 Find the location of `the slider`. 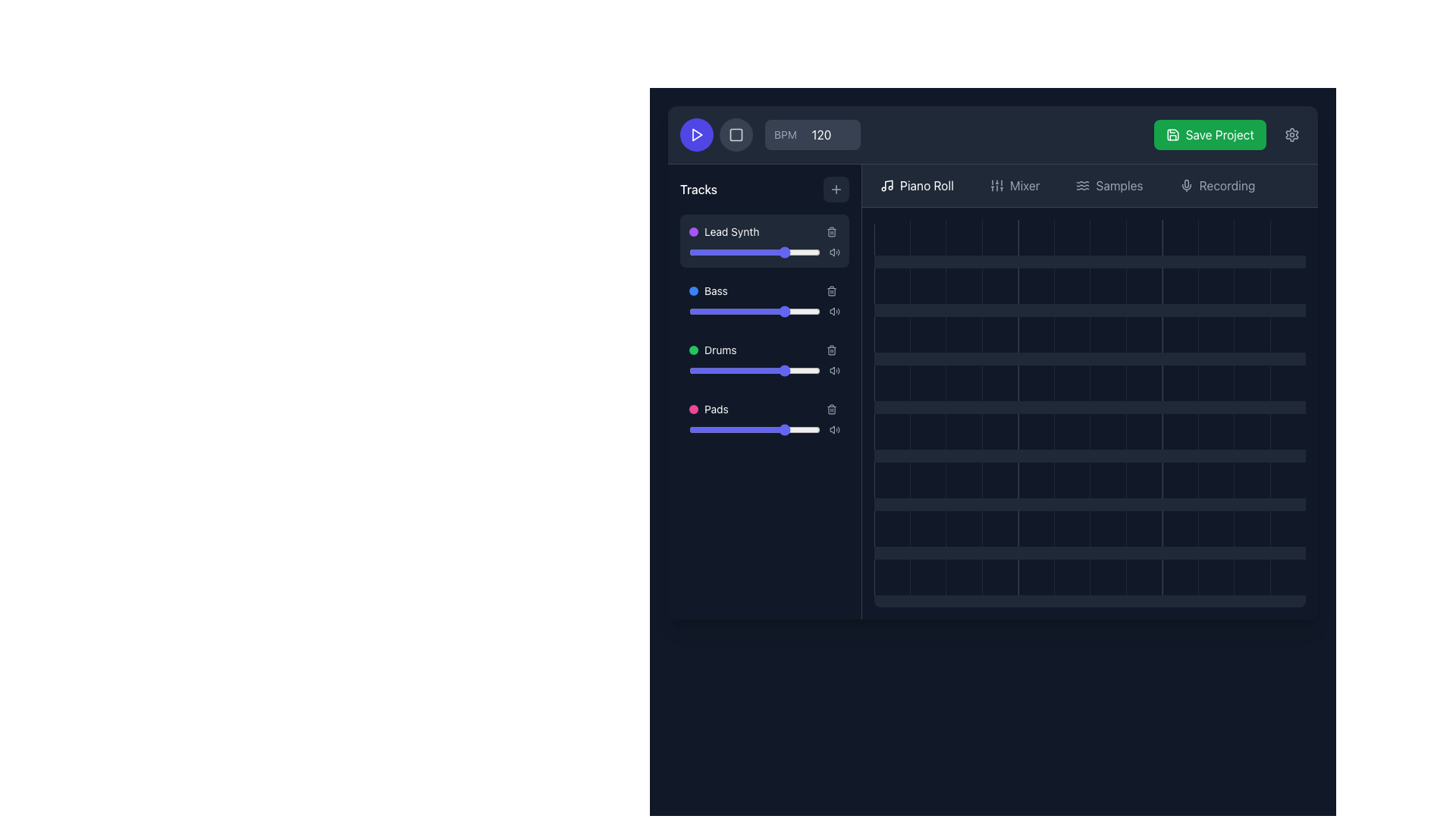

the slider is located at coordinates (717, 430).